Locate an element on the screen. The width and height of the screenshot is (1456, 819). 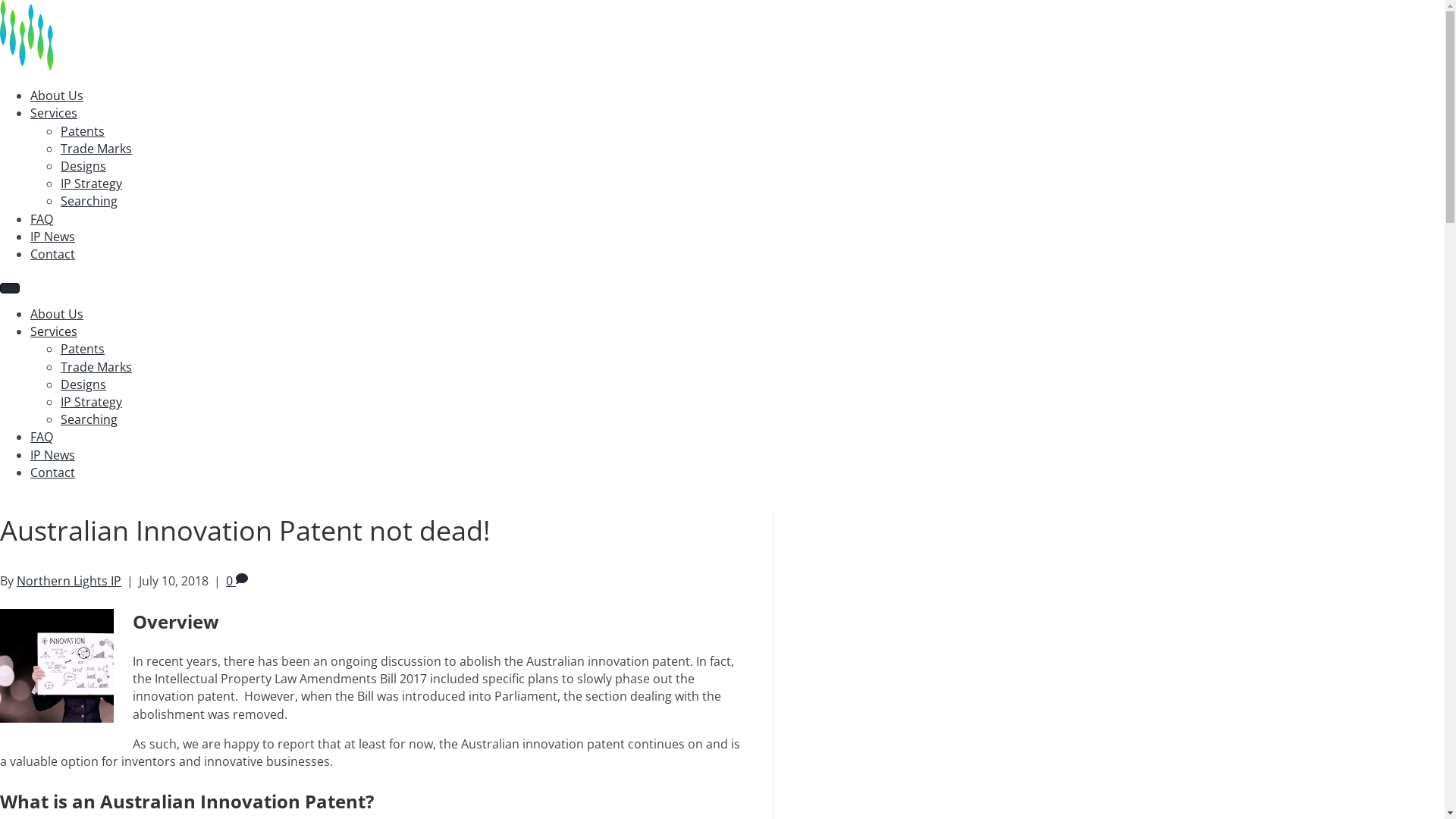
'IP News' is located at coordinates (30, 454).